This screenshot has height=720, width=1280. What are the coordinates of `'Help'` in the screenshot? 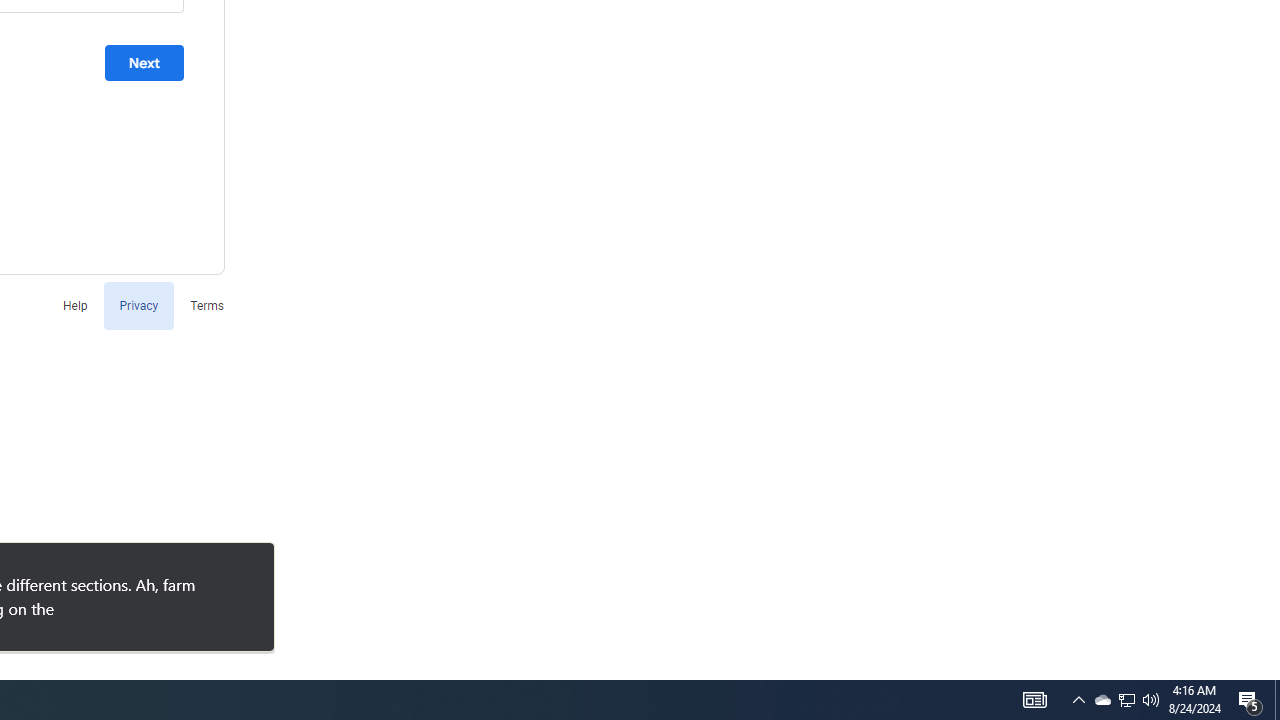 It's located at (74, 305).